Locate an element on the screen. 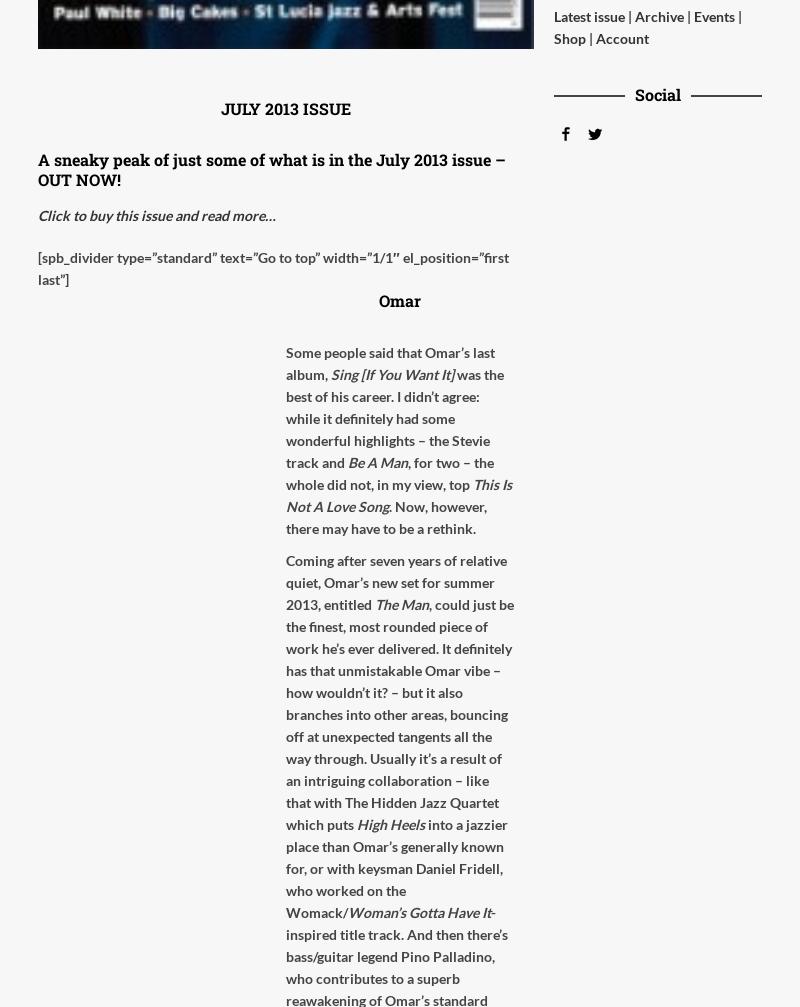  'Coming after seven years of relative quiet, Omar’s new set for summer 2013, entitled' is located at coordinates (395, 581).